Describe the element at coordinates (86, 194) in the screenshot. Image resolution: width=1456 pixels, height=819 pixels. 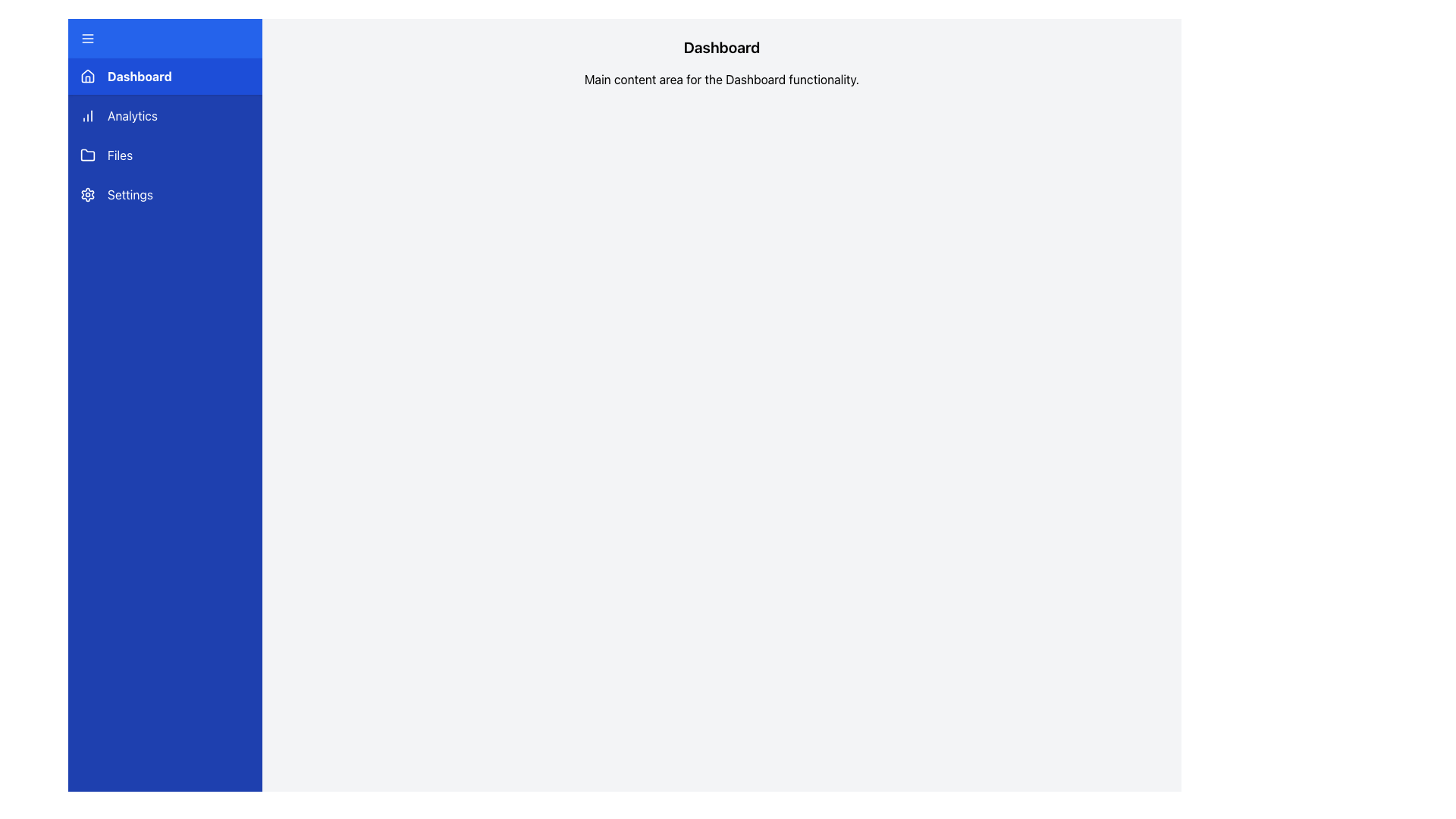
I see `the gear-shaped icon in the left sidebar` at that location.